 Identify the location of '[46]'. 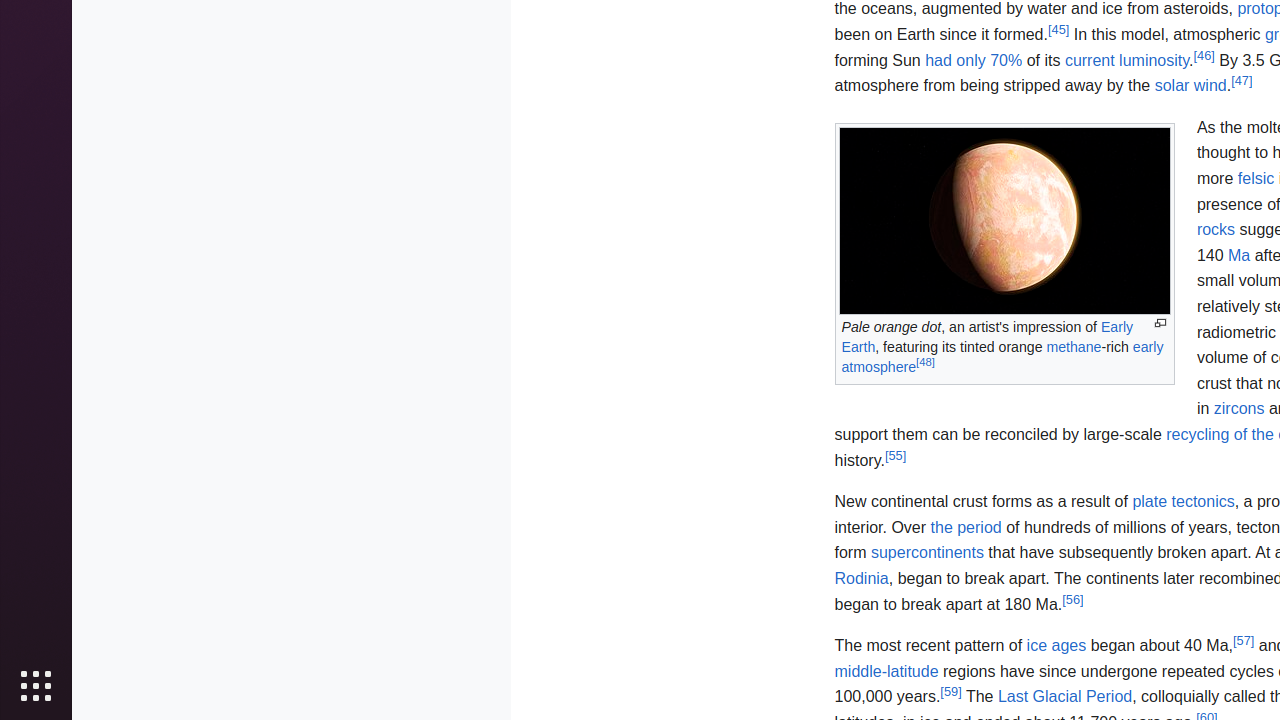
(1202, 54).